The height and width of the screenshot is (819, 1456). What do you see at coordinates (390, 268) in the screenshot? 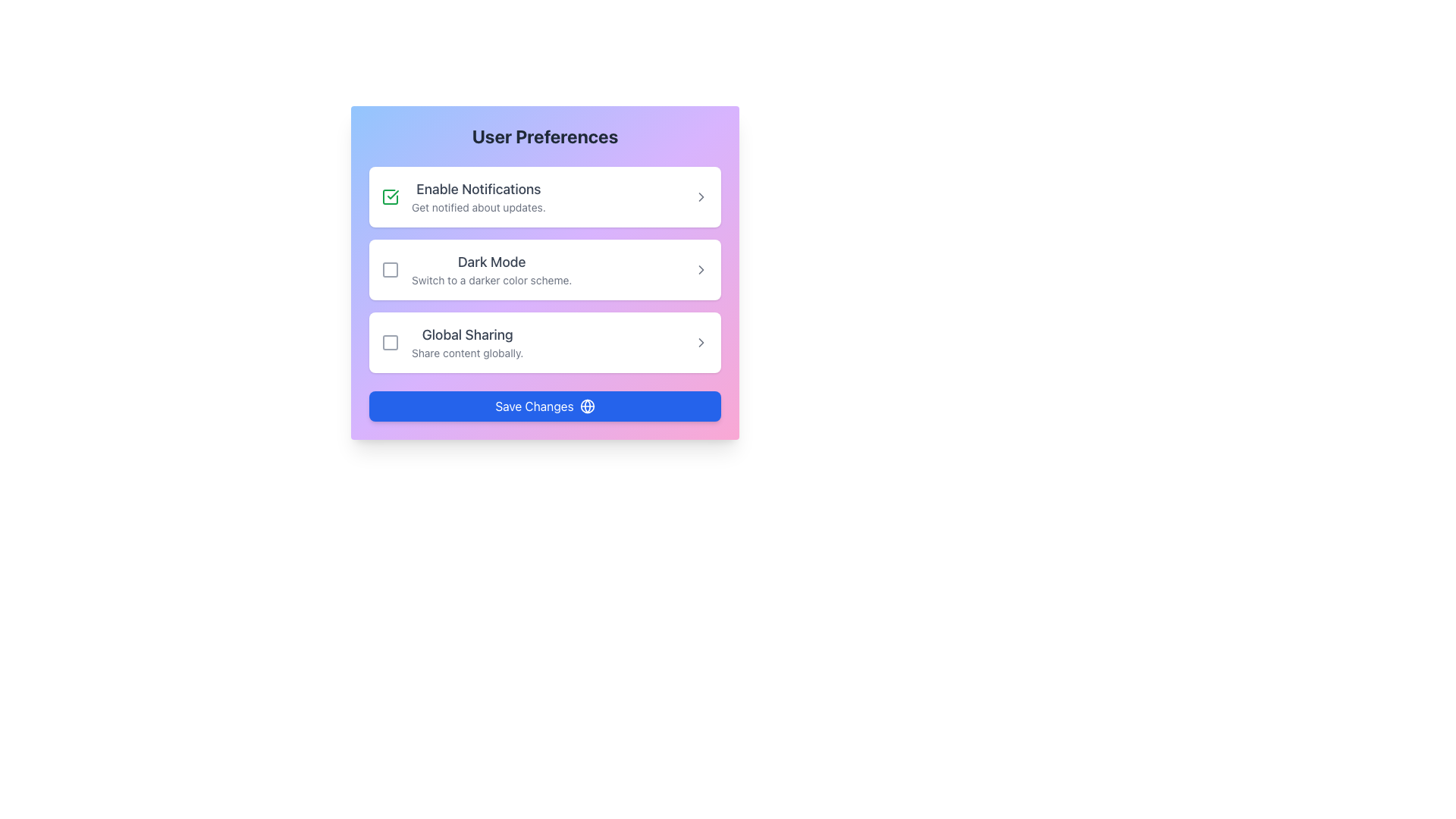
I see `the square-shaped checkbox located to the left of the 'Dark Mode' label` at bounding box center [390, 268].